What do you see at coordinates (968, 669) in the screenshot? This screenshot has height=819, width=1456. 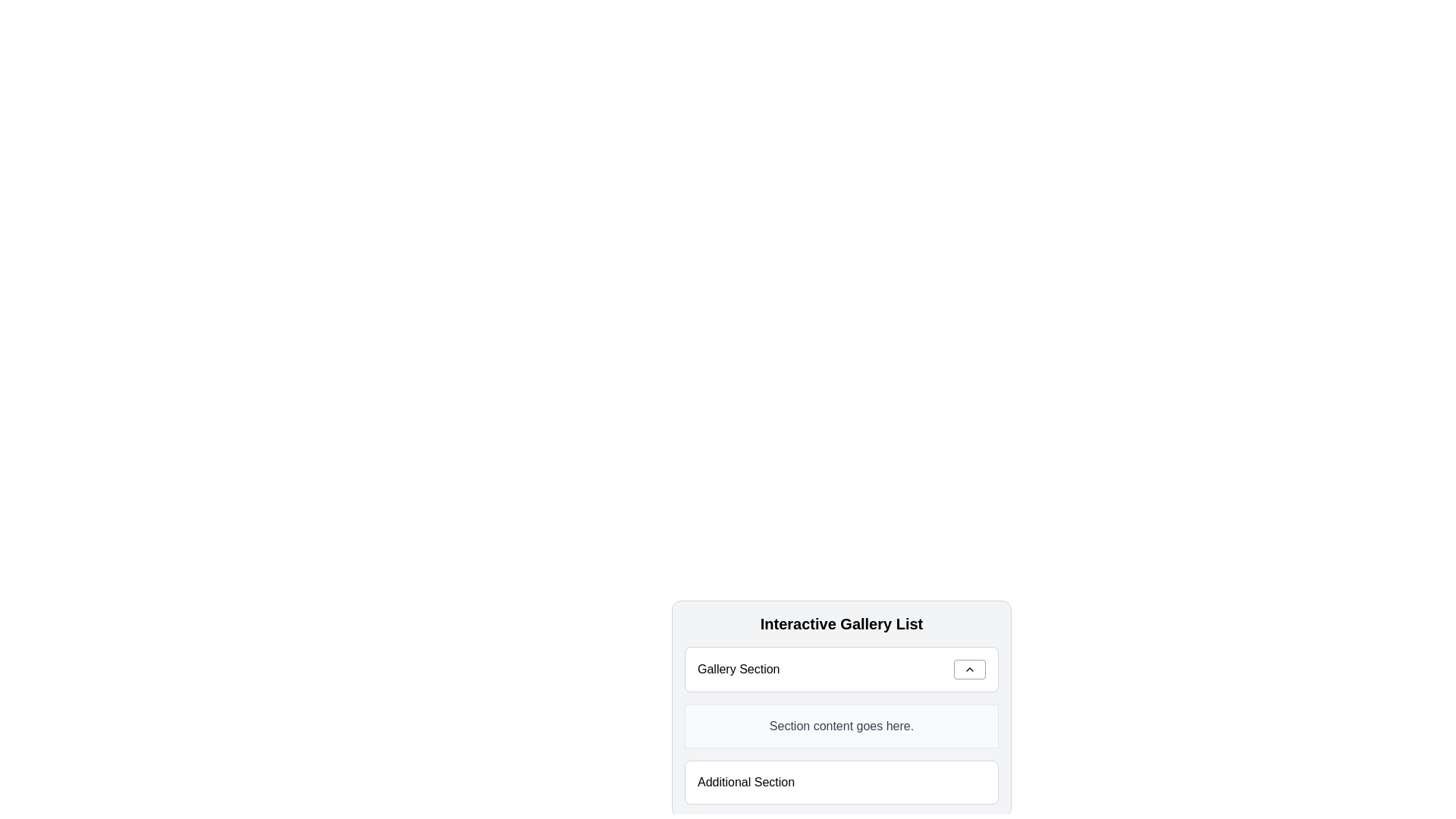 I see `the button located at the upper-right corner of the 'Gallery Section'` at bounding box center [968, 669].